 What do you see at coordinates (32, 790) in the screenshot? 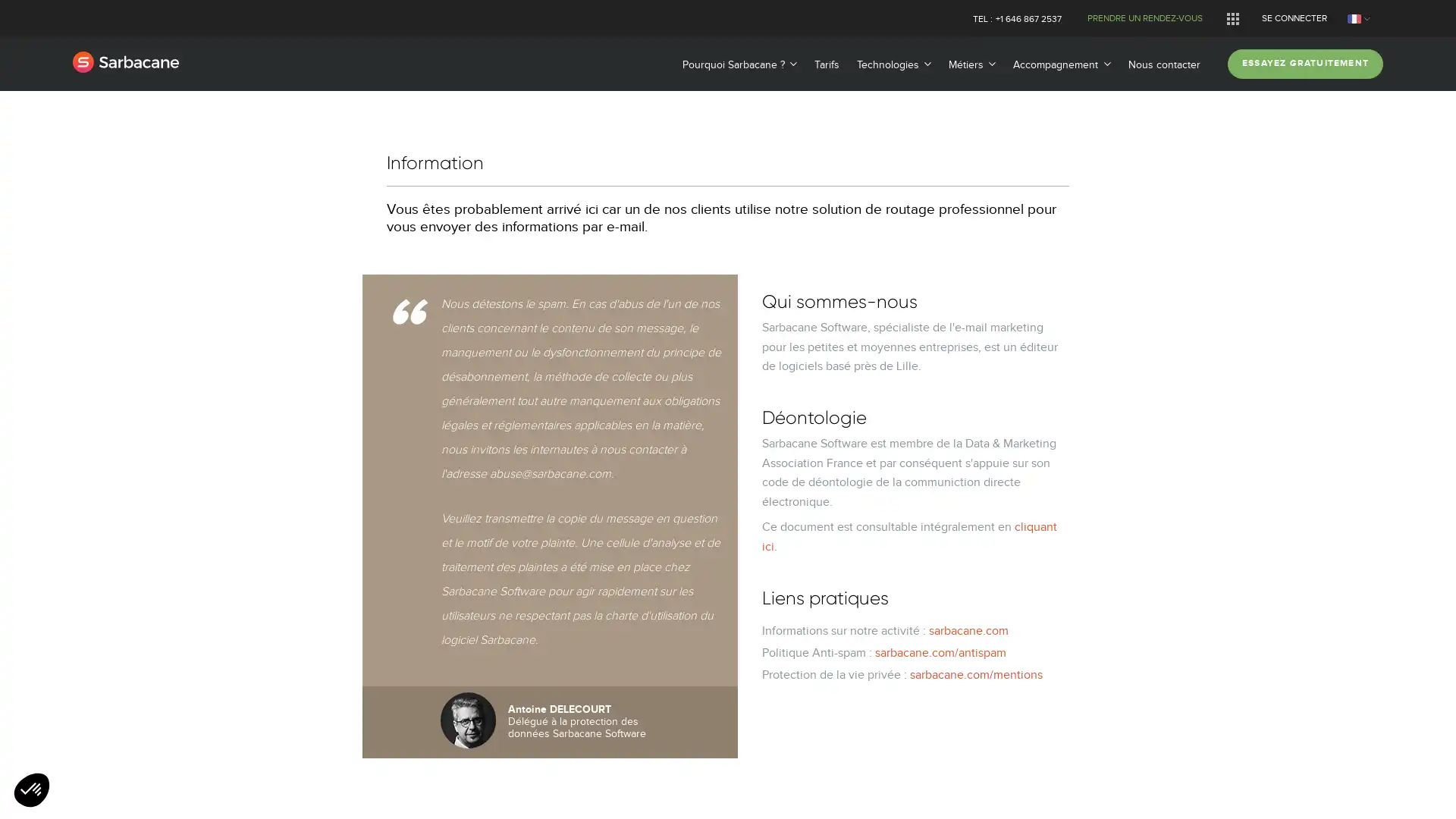
I see `Manage your preferences about cookies` at bounding box center [32, 790].